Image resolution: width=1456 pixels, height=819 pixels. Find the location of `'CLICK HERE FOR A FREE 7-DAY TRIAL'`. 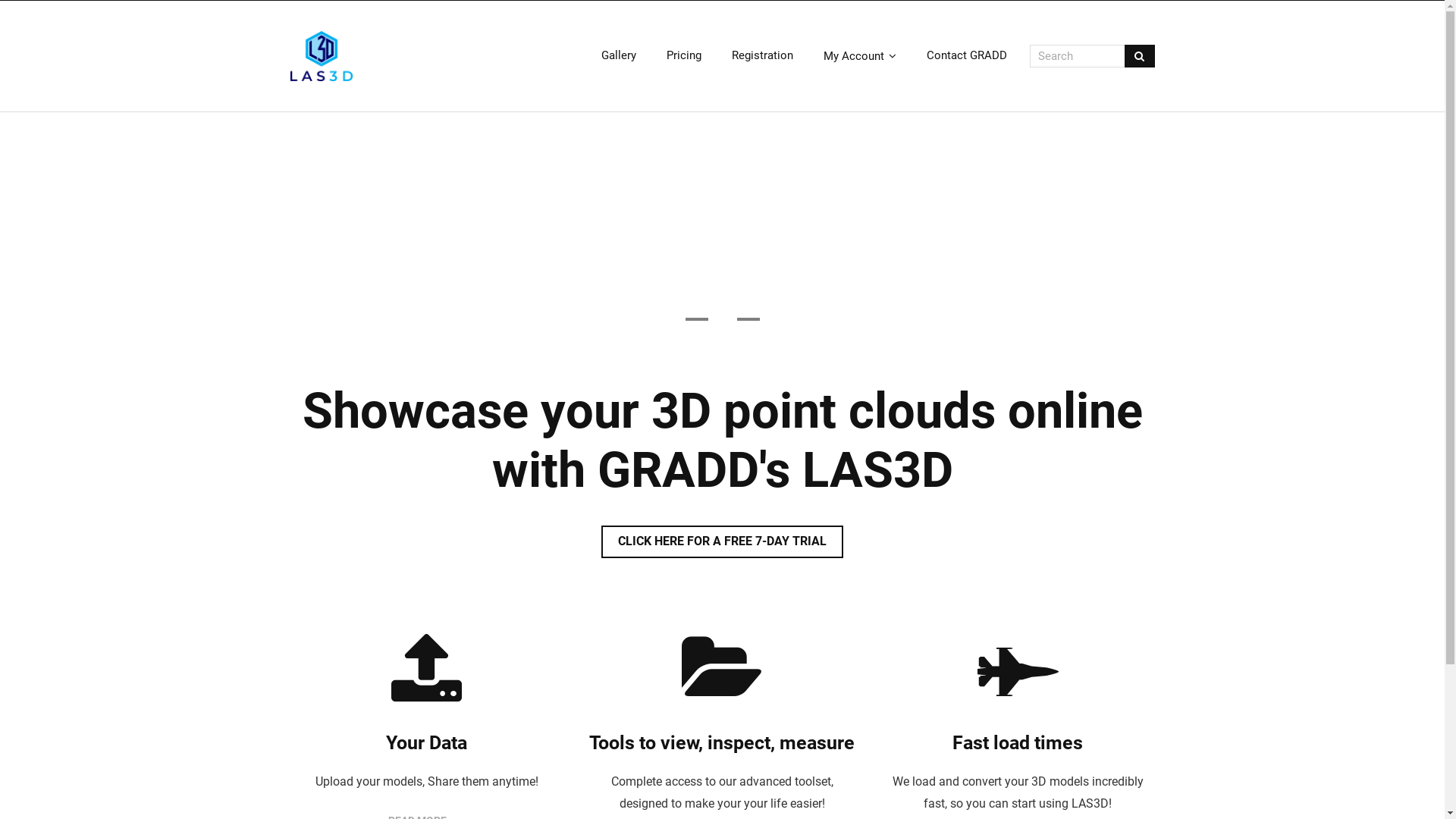

'CLICK HERE FOR A FREE 7-DAY TRIAL' is located at coordinates (721, 541).